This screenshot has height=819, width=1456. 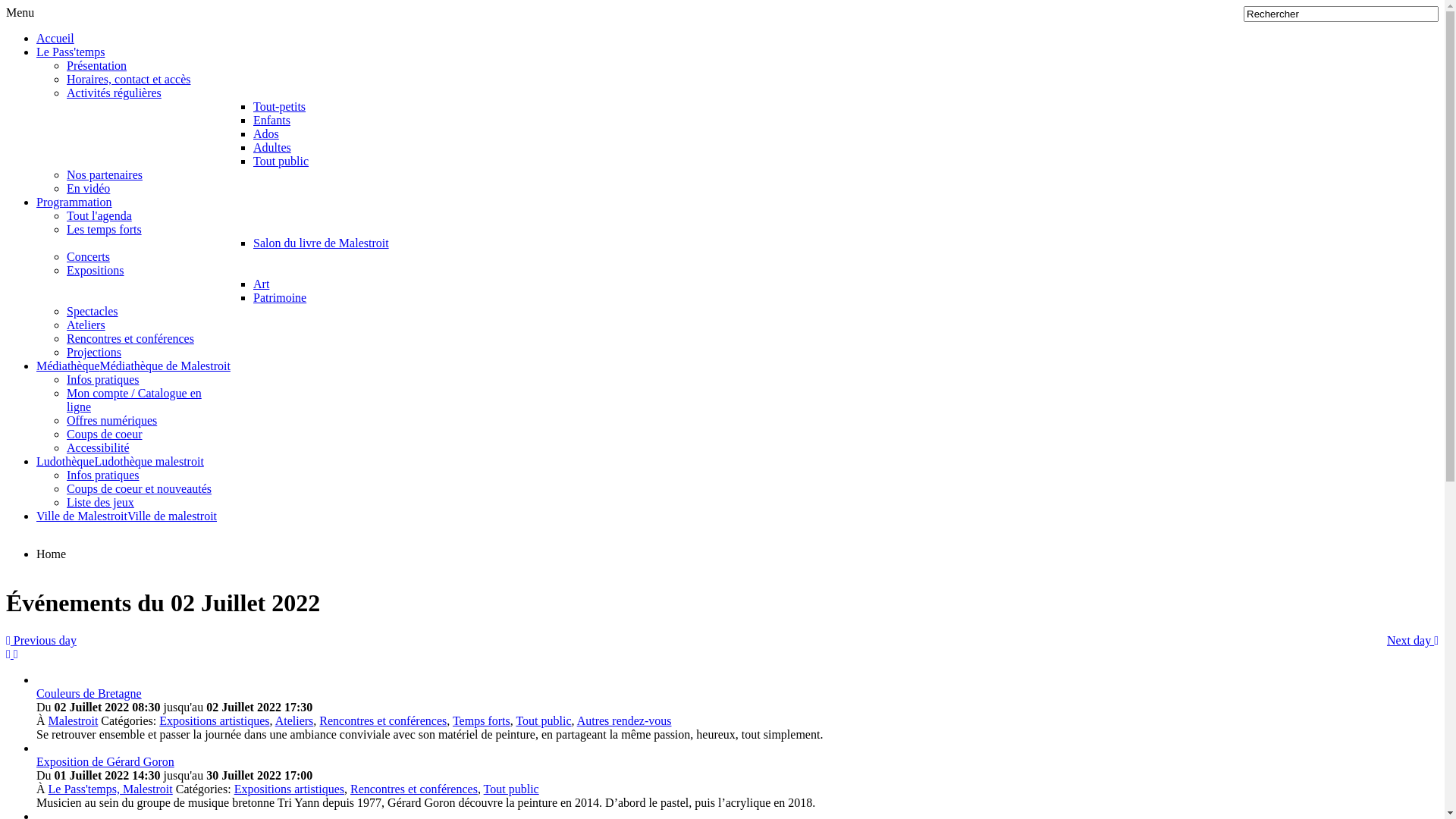 I want to click on 'Patrimoine', so click(x=280, y=297).